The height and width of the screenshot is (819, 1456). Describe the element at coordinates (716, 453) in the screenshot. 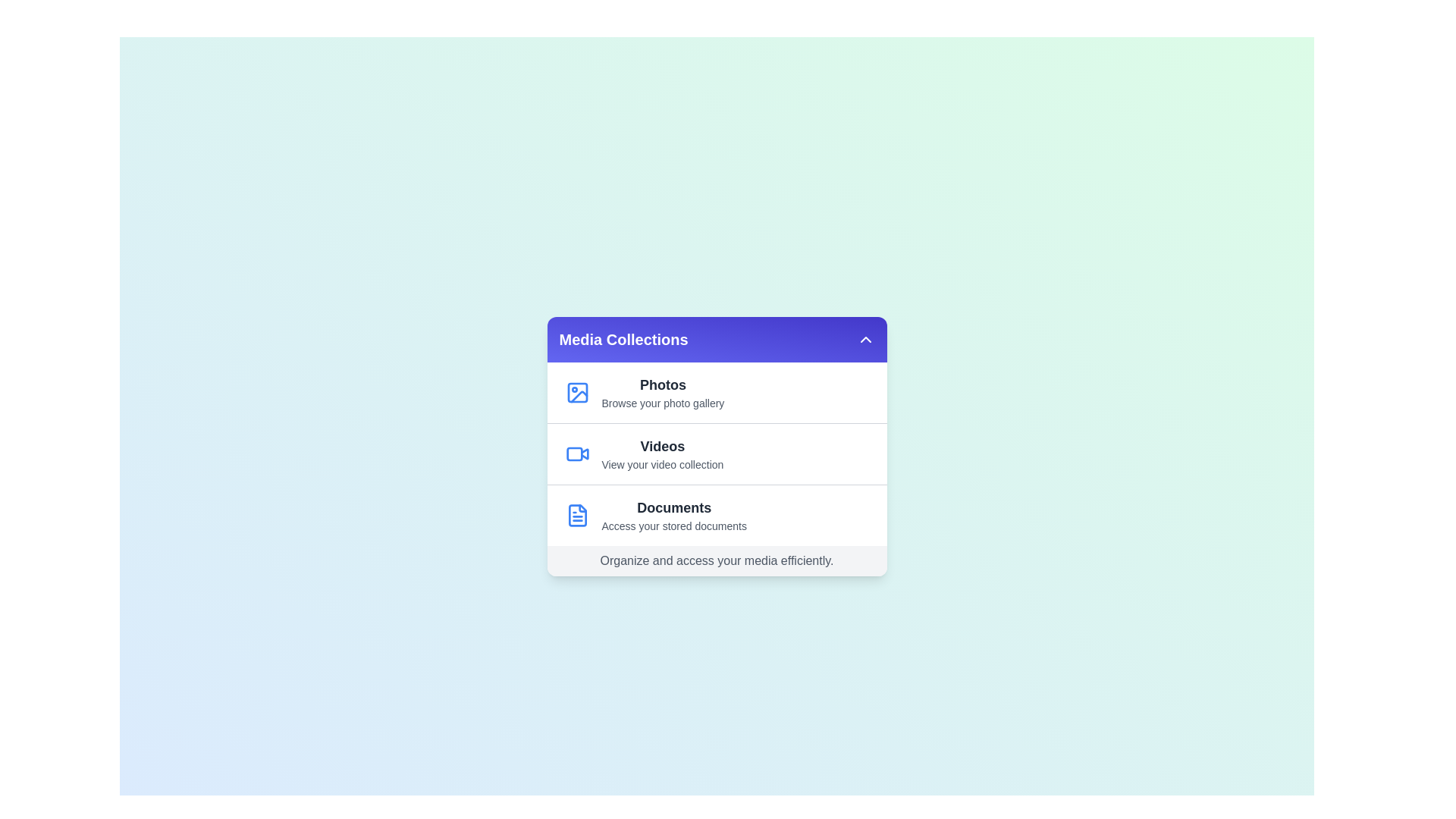

I see `the menu option Videos to observe its hover effect or tooltip` at that location.